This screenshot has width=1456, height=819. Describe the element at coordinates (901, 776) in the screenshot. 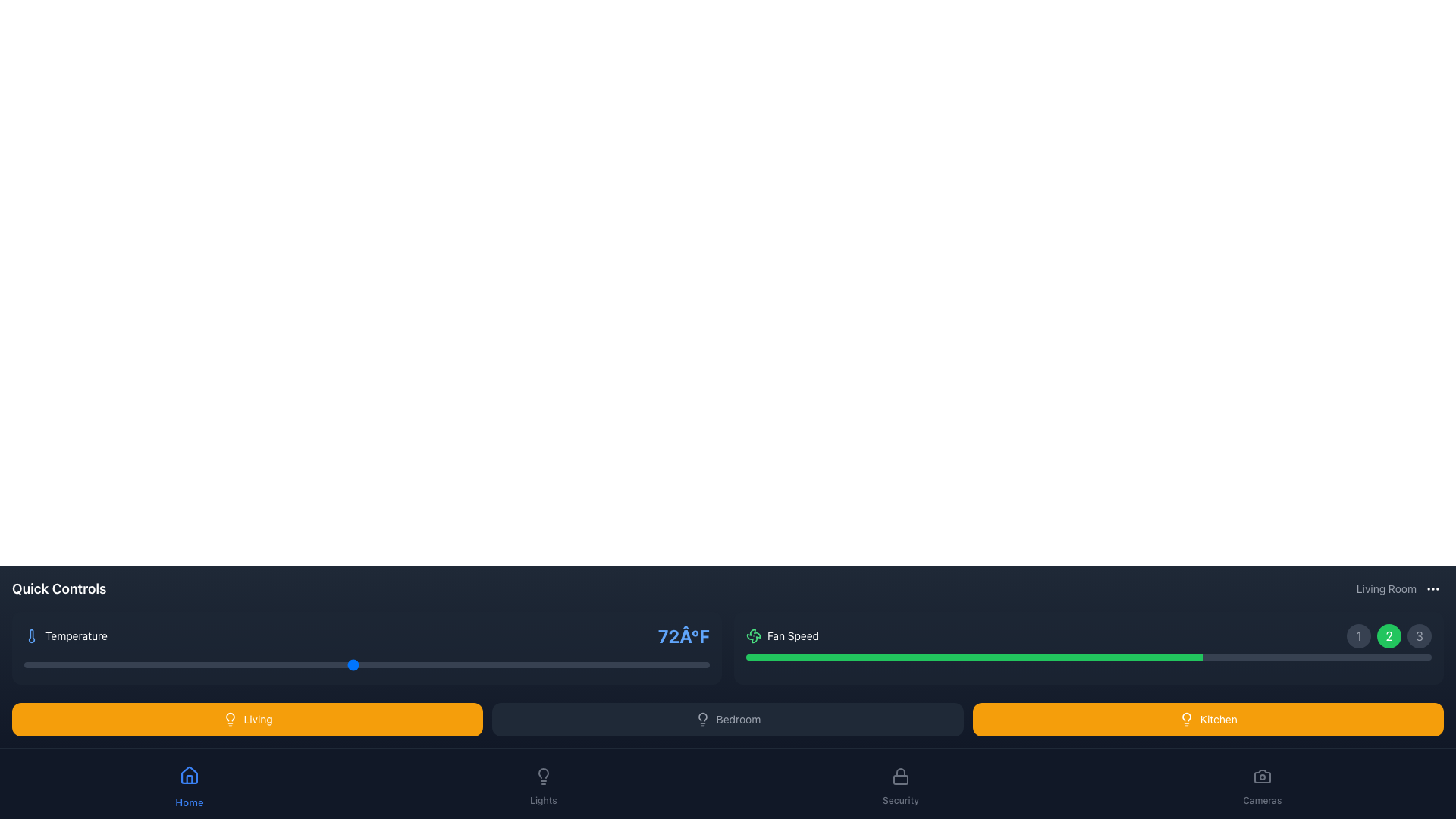

I see `the lock icon in the bottom navigation bar` at that location.